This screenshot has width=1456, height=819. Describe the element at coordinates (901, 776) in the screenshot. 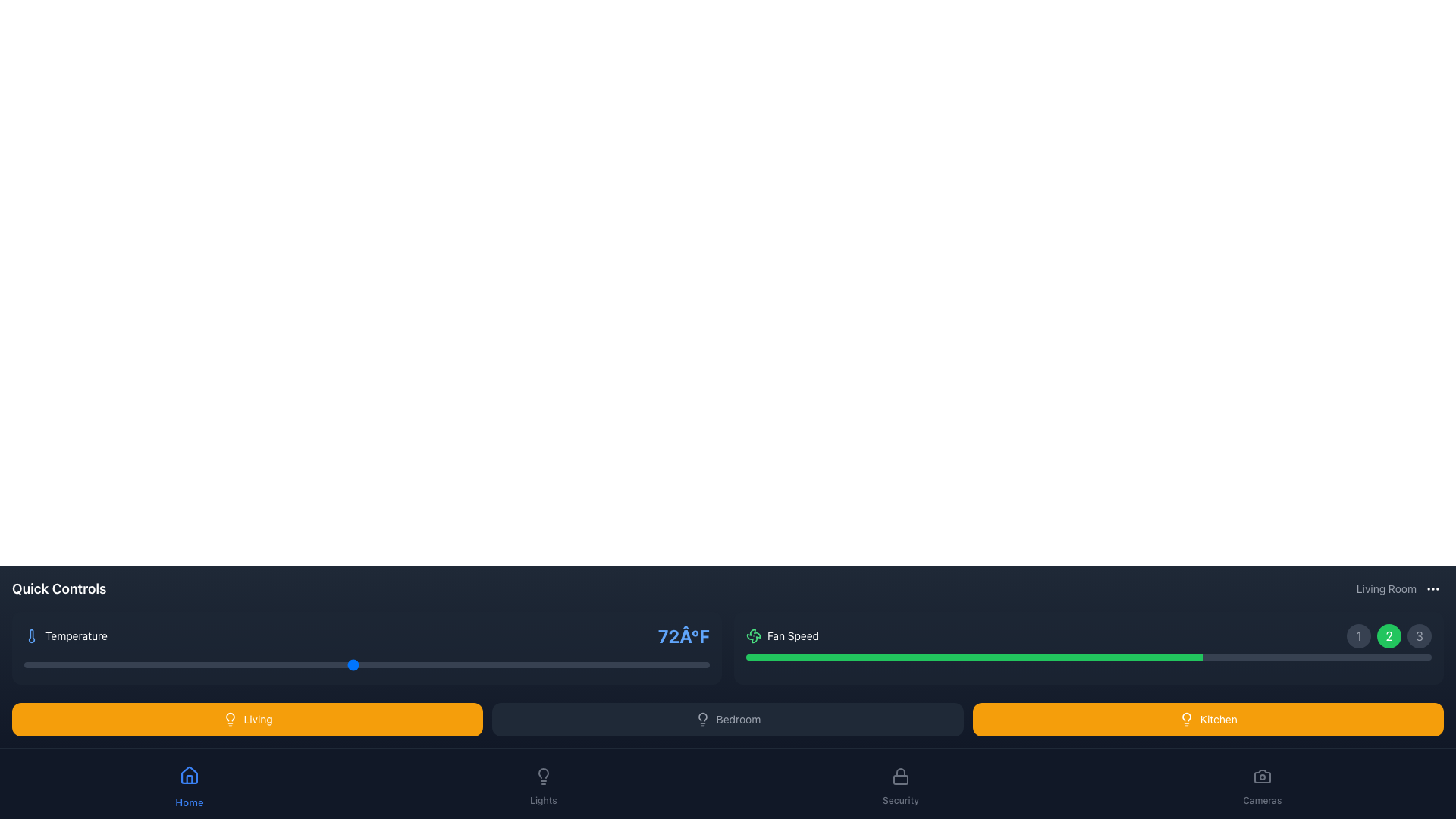

I see `the lock icon in the bottom navigation bar` at that location.